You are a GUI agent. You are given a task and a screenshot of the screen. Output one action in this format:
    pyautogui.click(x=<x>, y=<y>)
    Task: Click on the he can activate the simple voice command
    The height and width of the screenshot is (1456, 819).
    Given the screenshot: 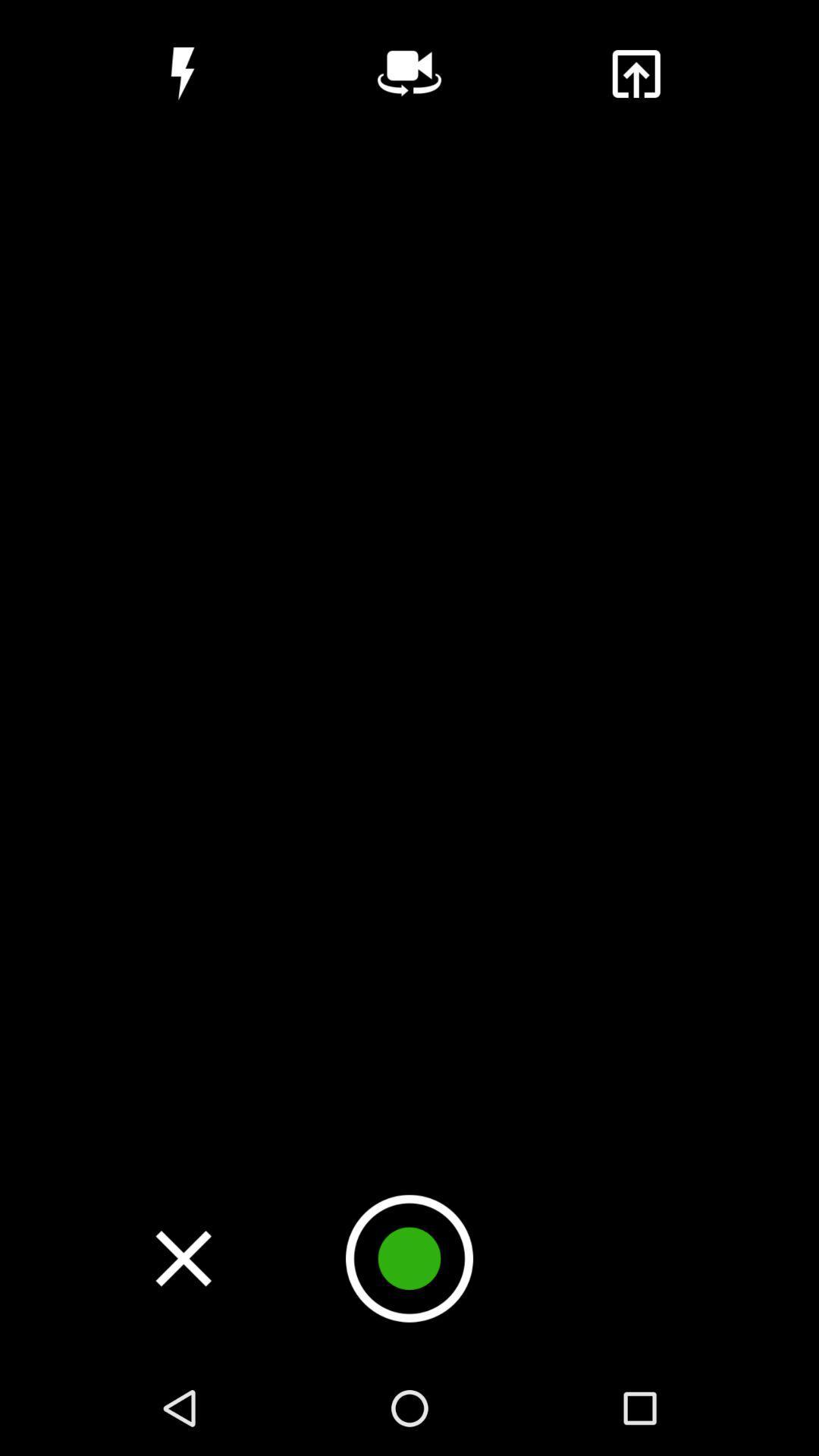 What is the action you would take?
    pyautogui.click(x=409, y=73)
    